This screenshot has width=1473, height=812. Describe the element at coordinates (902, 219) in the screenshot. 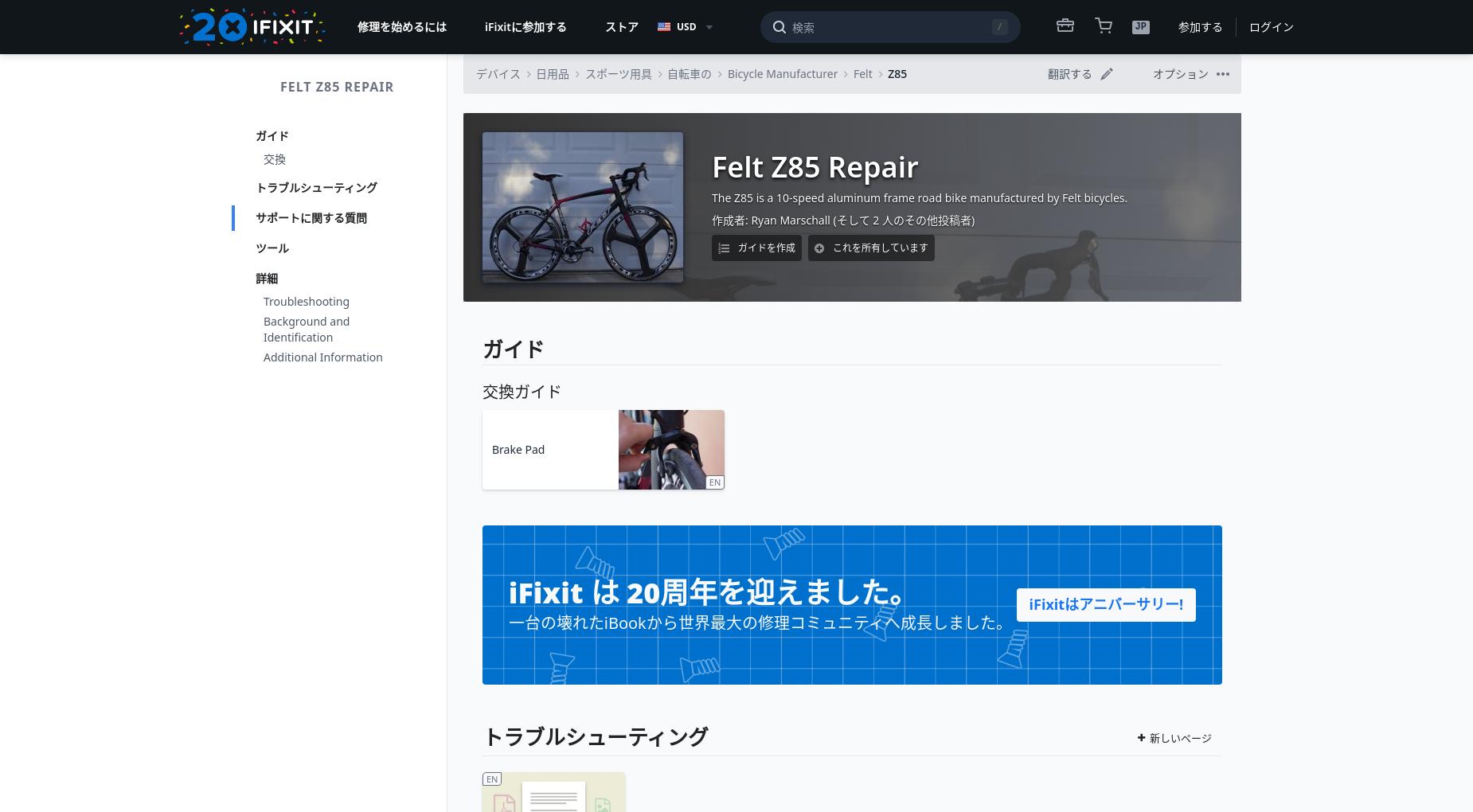

I see `'(そして 2 人のその他投稿者)'` at that location.